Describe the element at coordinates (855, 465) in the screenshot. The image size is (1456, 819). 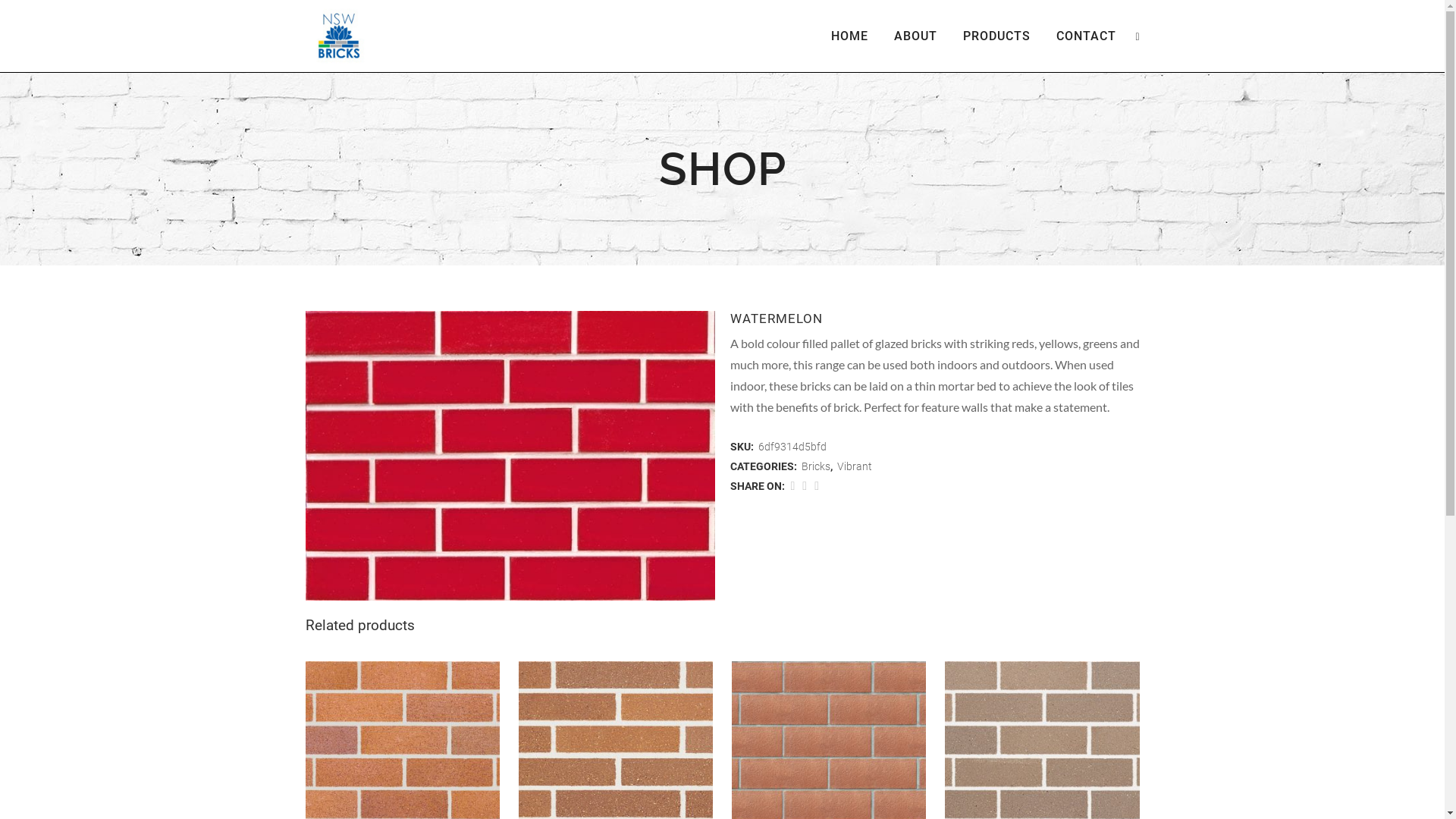
I see `'Vibrant'` at that location.